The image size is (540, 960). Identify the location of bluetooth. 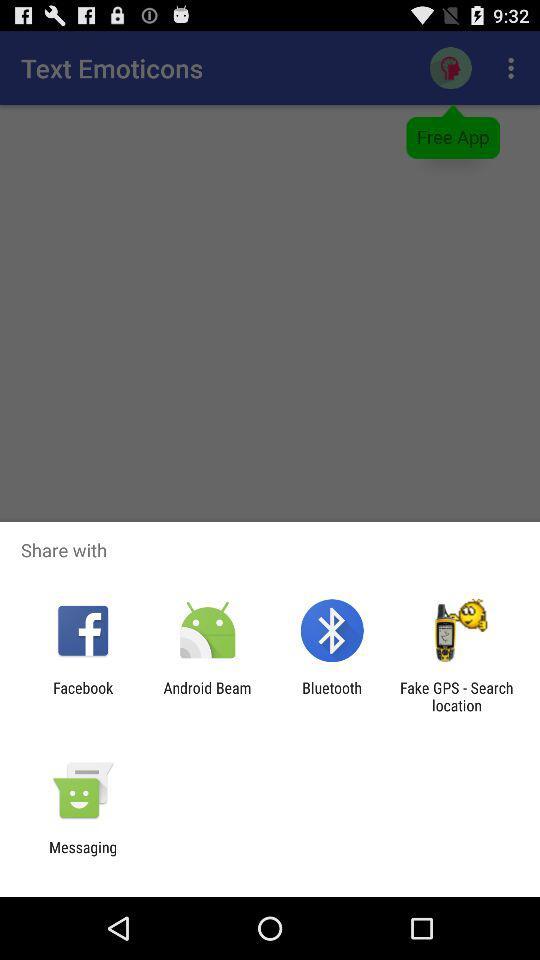
(332, 696).